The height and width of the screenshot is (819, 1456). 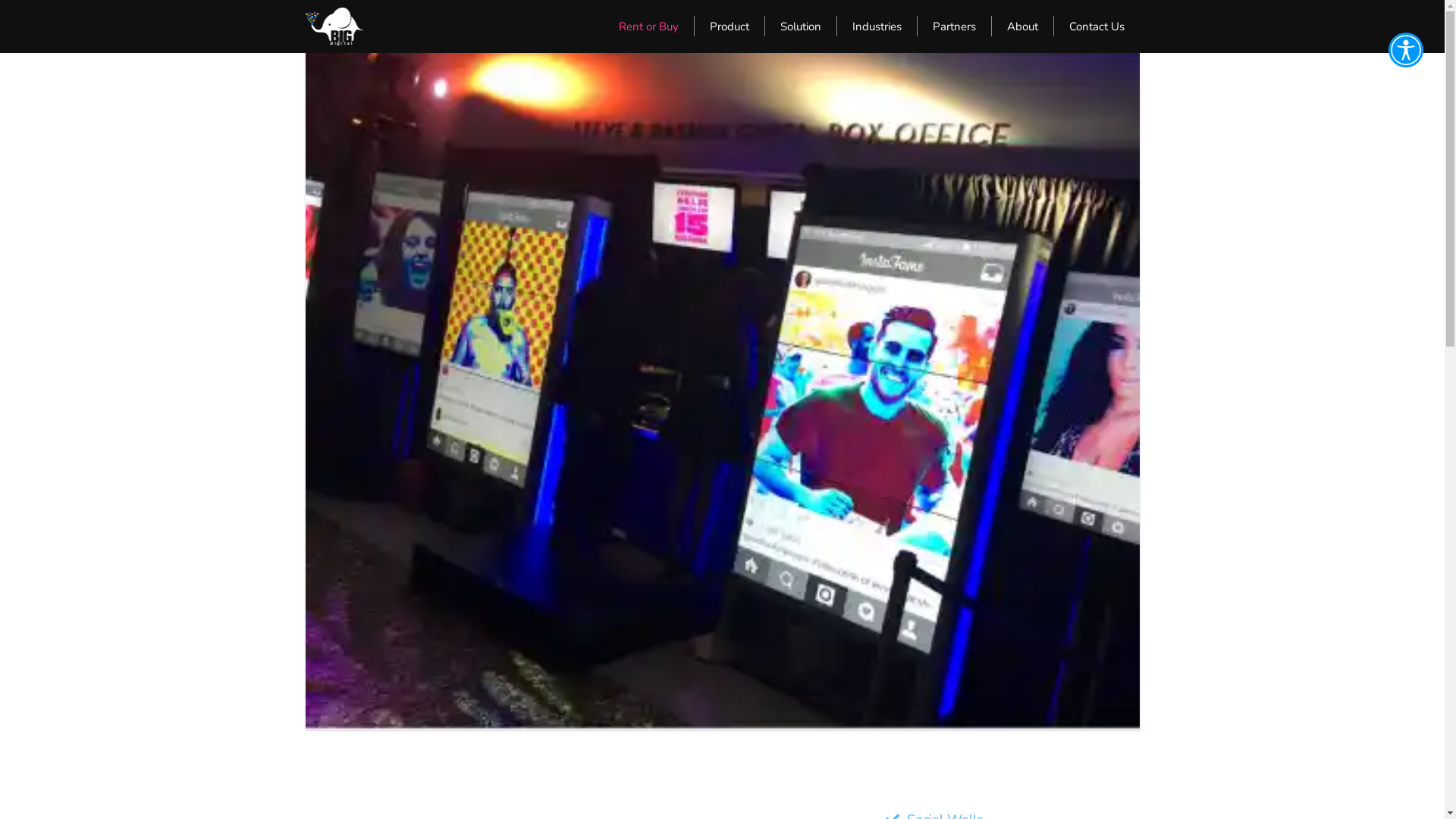 I want to click on 'Rent or Buy', so click(x=648, y=26).